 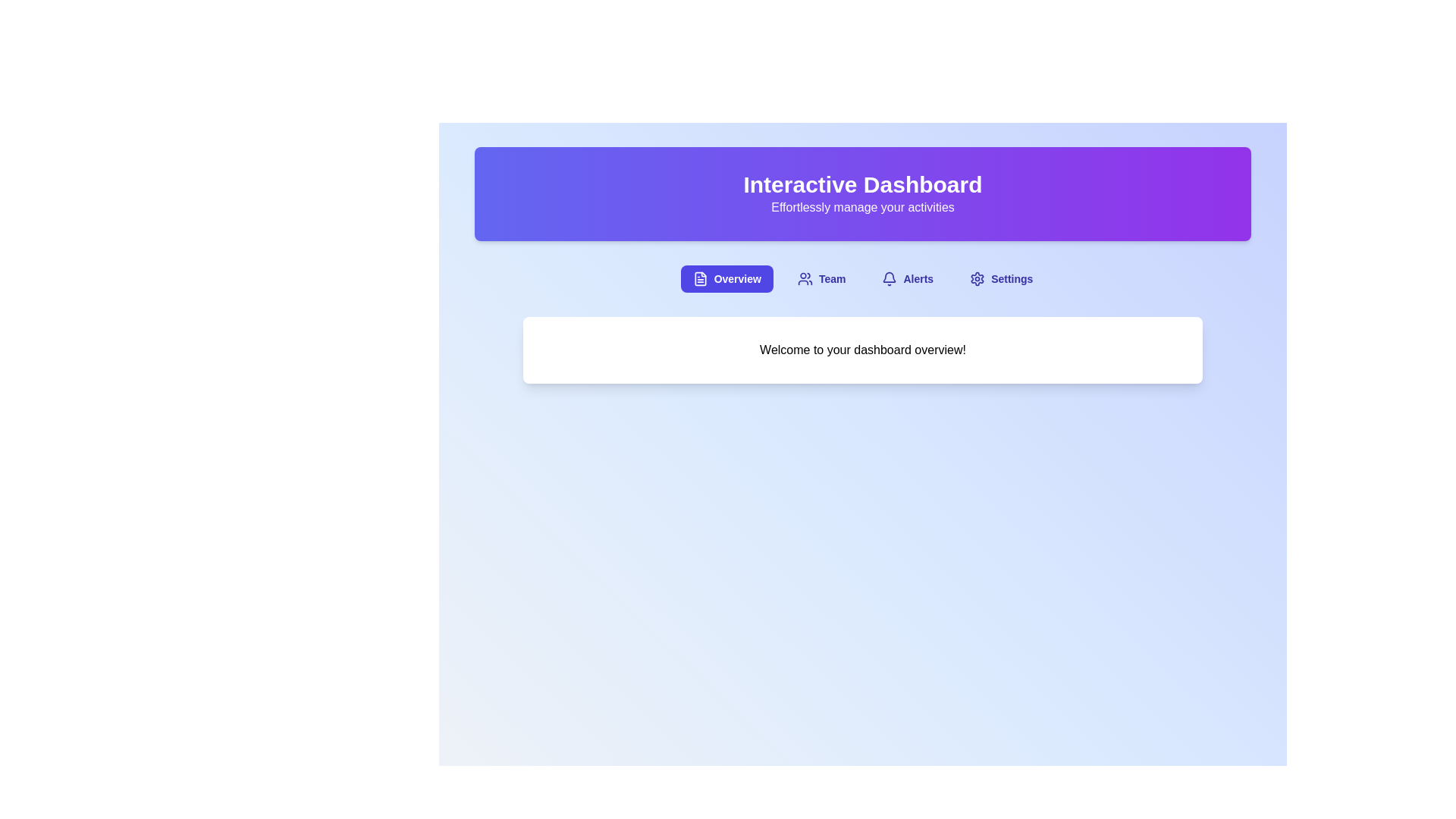 What do you see at coordinates (1012, 278) in the screenshot?
I see `the 'Settings' text label, which is displayed in bold indigo font and positioned to the right of the settings icon in the navigation bar` at bounding box center [1012, 278].